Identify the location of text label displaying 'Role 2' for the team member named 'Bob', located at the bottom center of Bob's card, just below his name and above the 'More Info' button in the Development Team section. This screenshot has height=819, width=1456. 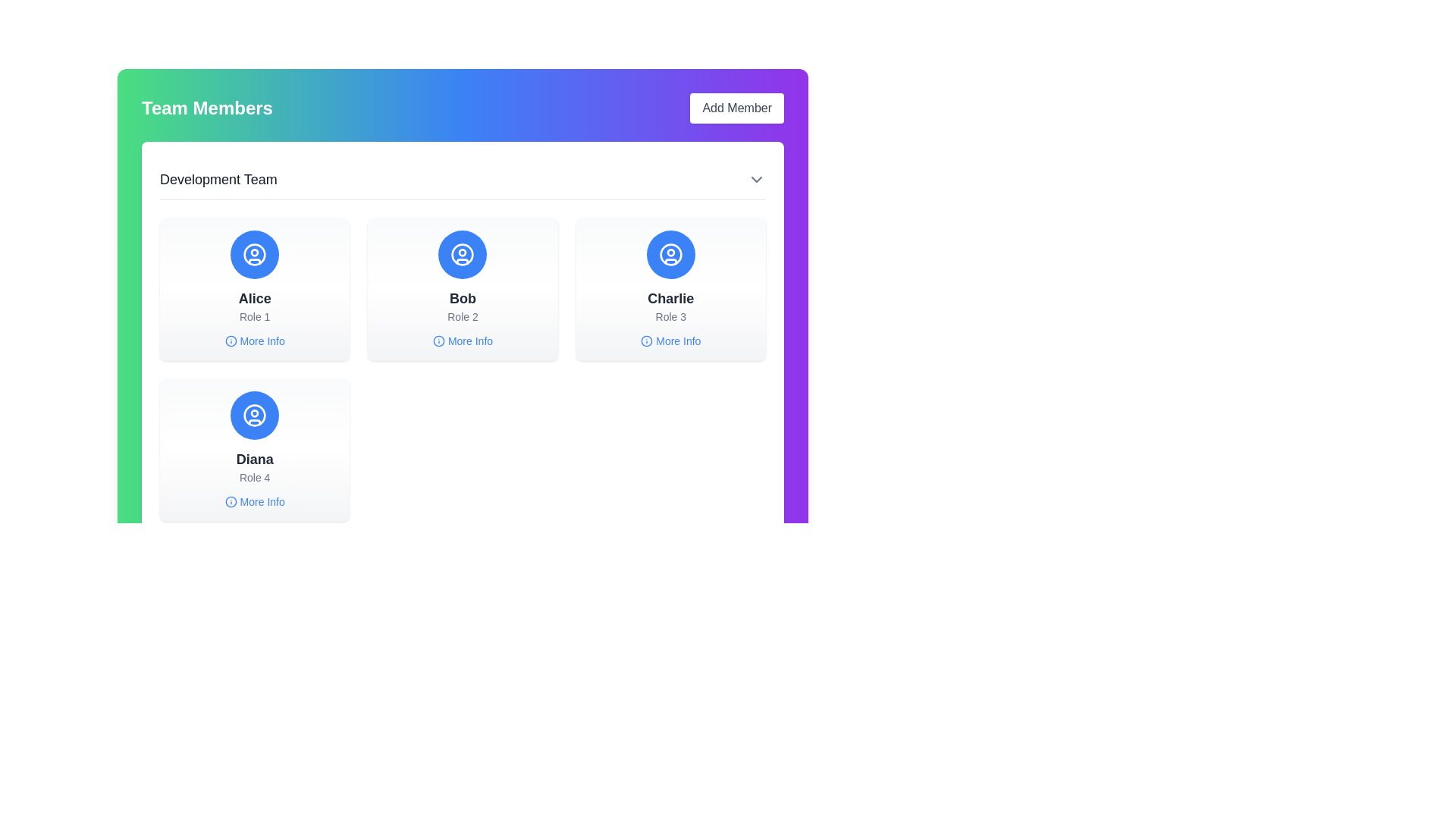
(462, 315).